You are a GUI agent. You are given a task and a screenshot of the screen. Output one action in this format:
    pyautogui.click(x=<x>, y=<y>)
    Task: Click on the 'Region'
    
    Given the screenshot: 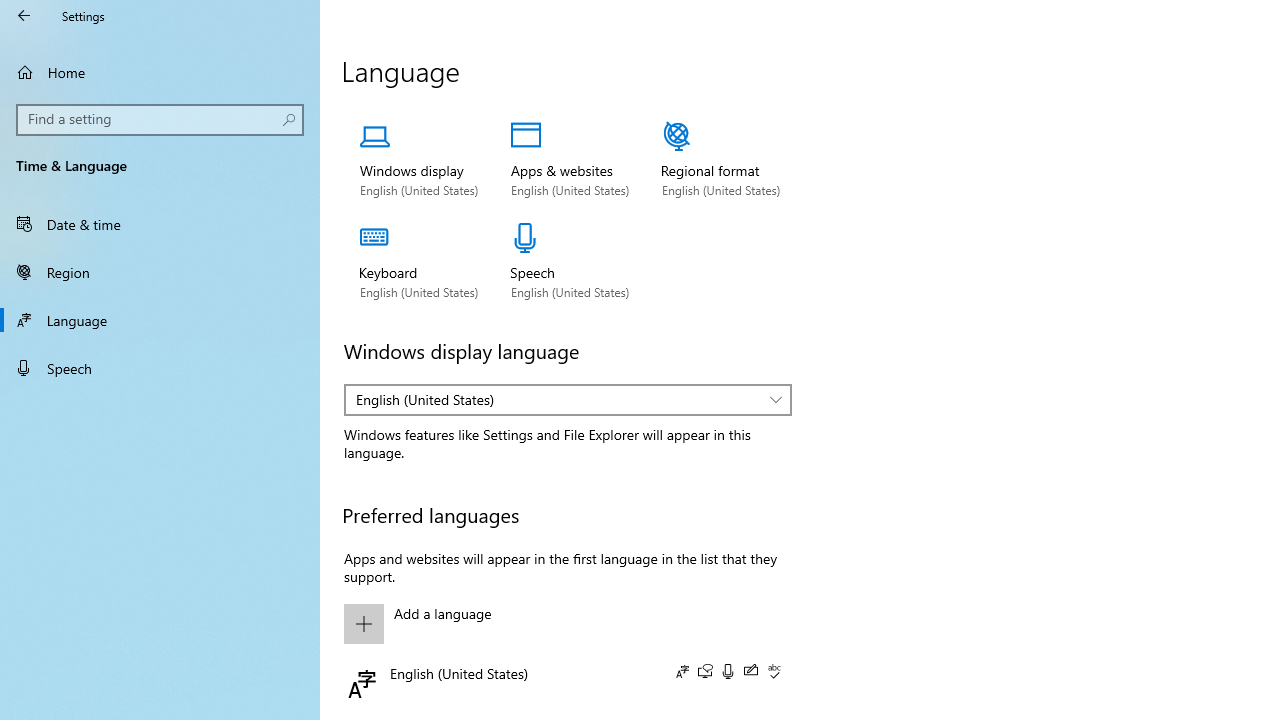 What is the action you would take?
    pyautogui.click(x=160, y=271)
    